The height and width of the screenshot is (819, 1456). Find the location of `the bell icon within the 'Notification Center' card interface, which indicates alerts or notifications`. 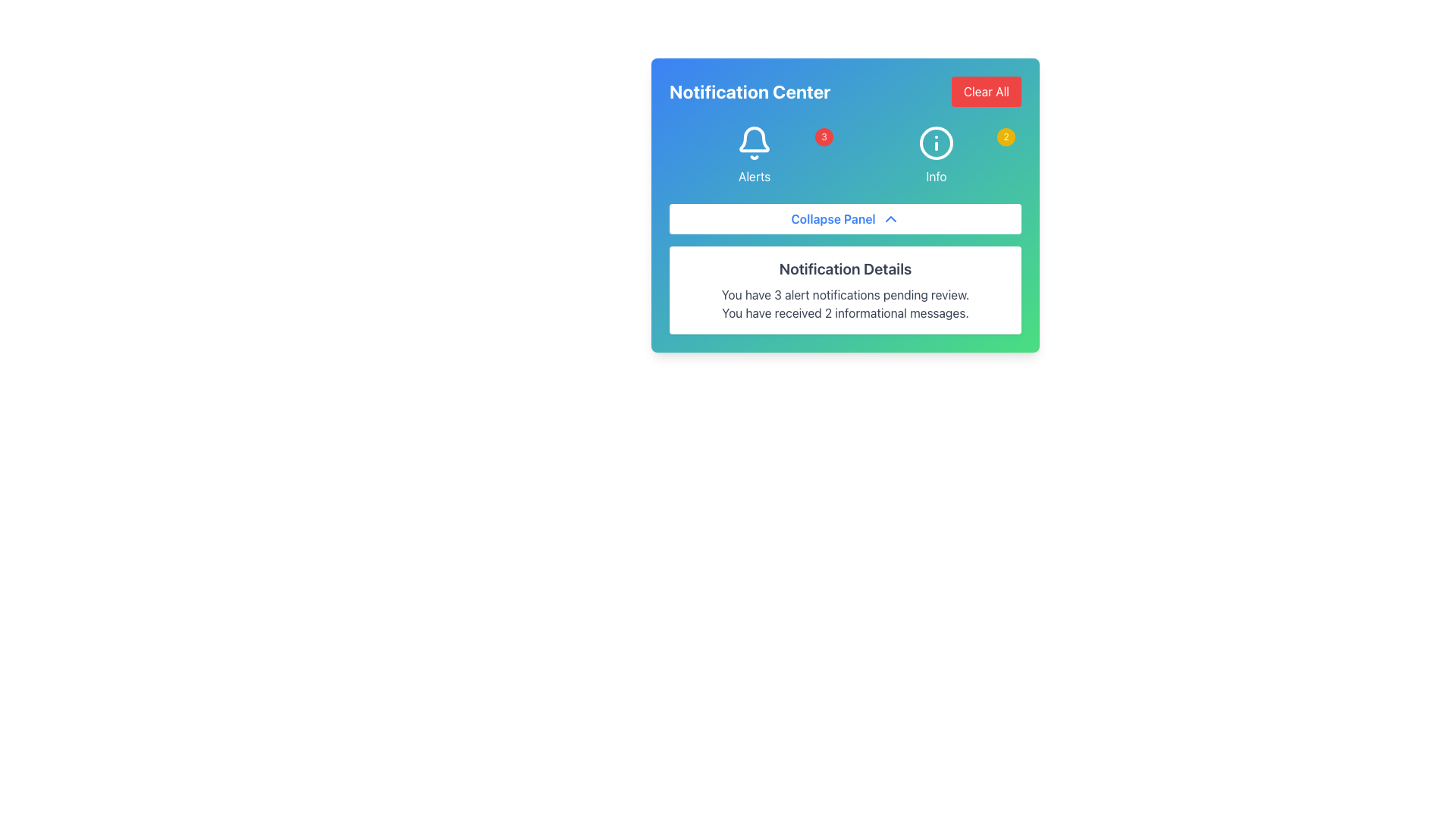

the bell icon within the 'Notification Center' card interface, which indicates alerts or notifications is located at coordinates (754, 140).